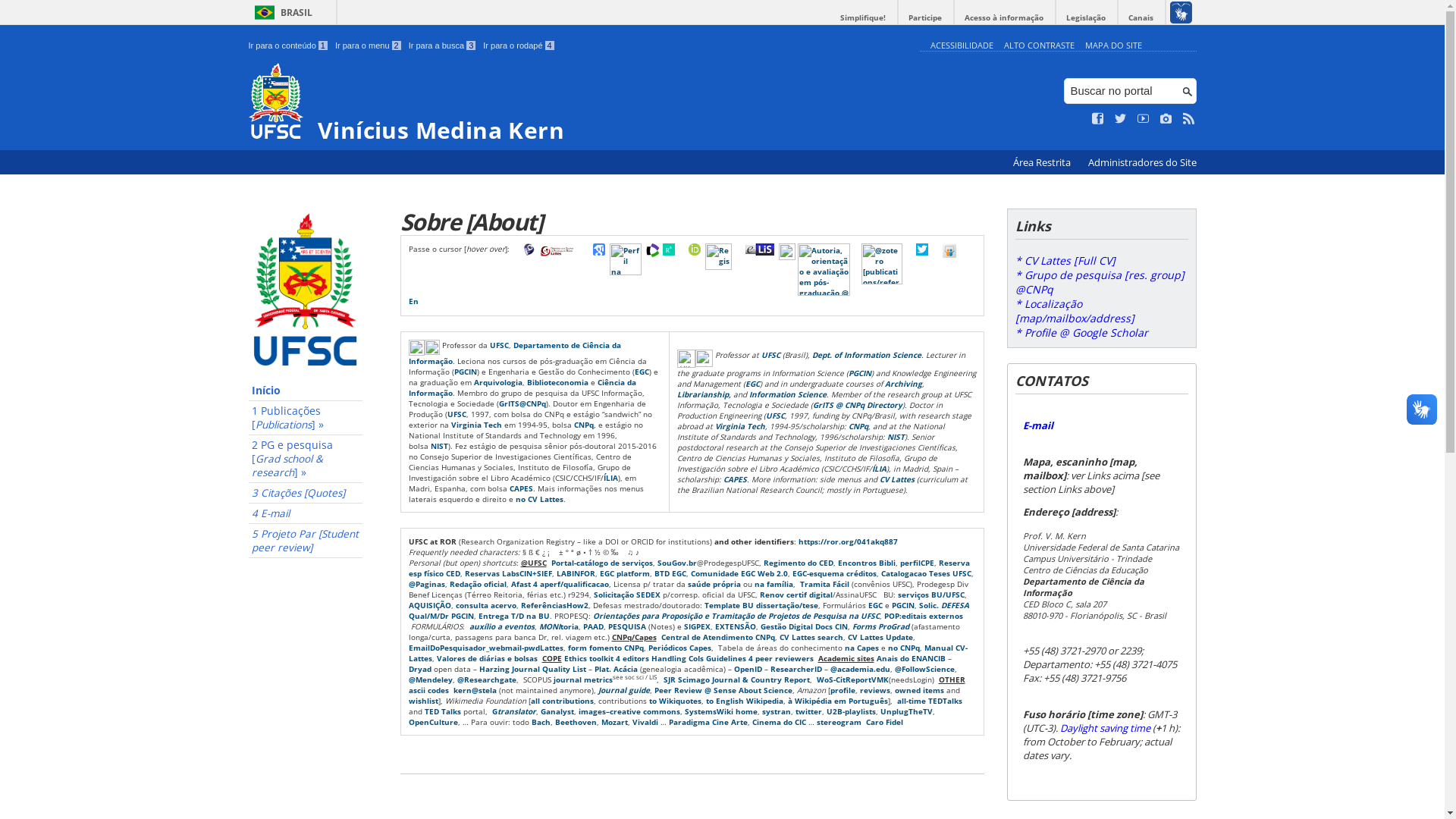  Describe the element at coordinates (427, 690) in the screenshot. I see `'ascii codes'` at that location.